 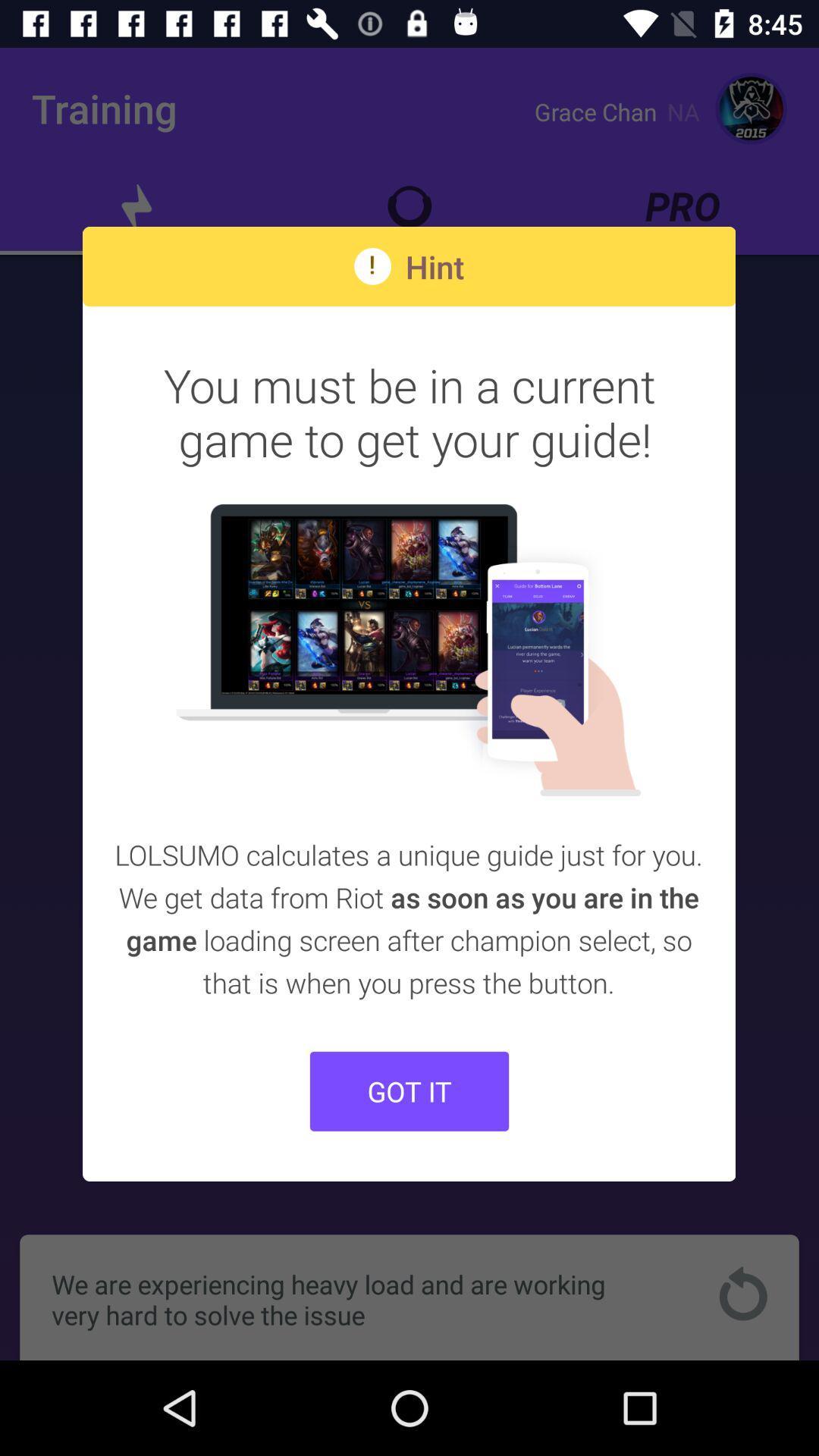 I want to click on got it icon, so click(x=409, y=1090).